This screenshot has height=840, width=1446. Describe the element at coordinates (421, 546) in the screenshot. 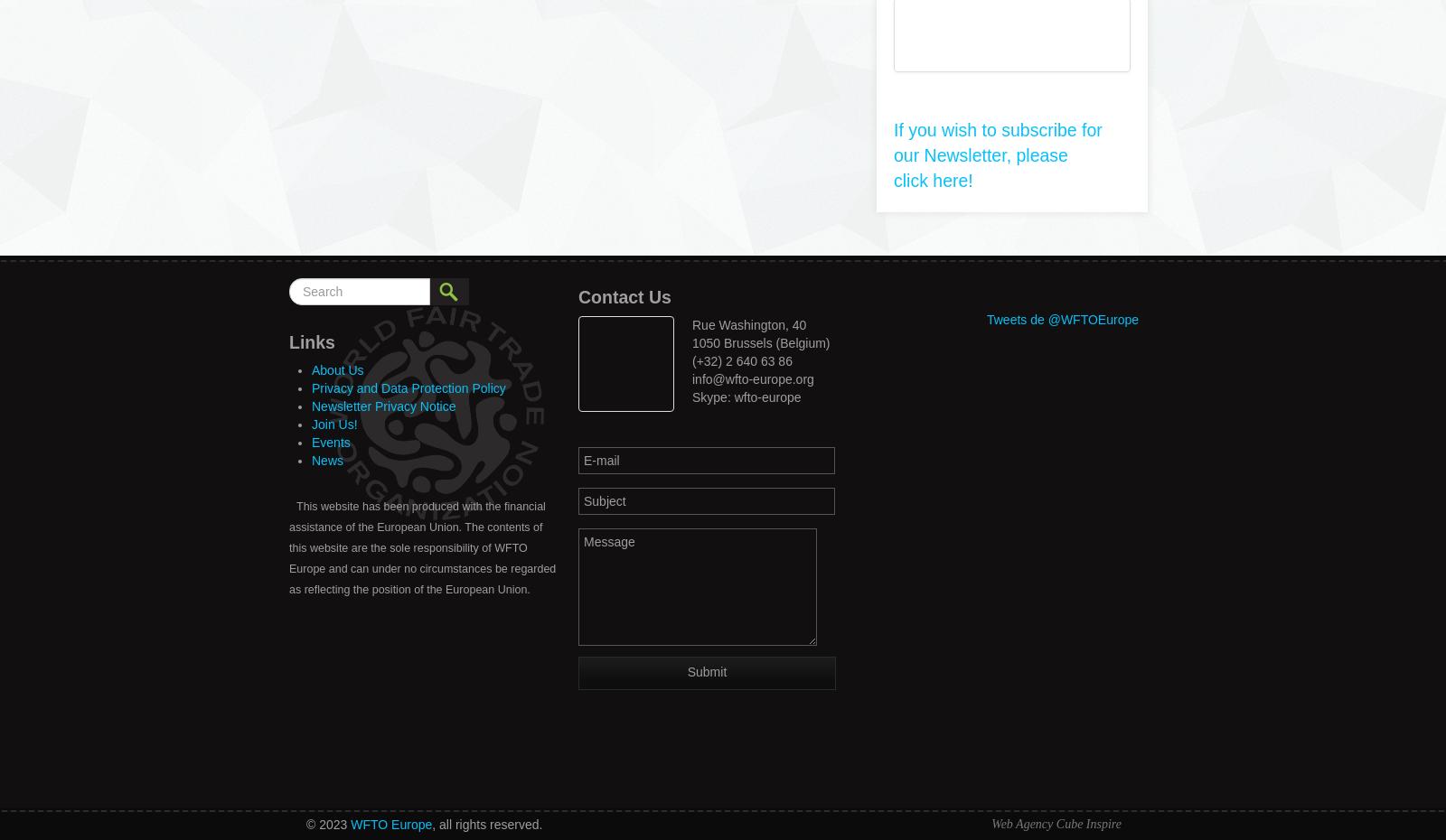

I see `'This website has been produced with the financial assistance of the European Union. The contents of this website are the sole responsibility of  WFTO Europe and can under no circumstances be regarded as reflecting the position of the European Union.'` at that location.